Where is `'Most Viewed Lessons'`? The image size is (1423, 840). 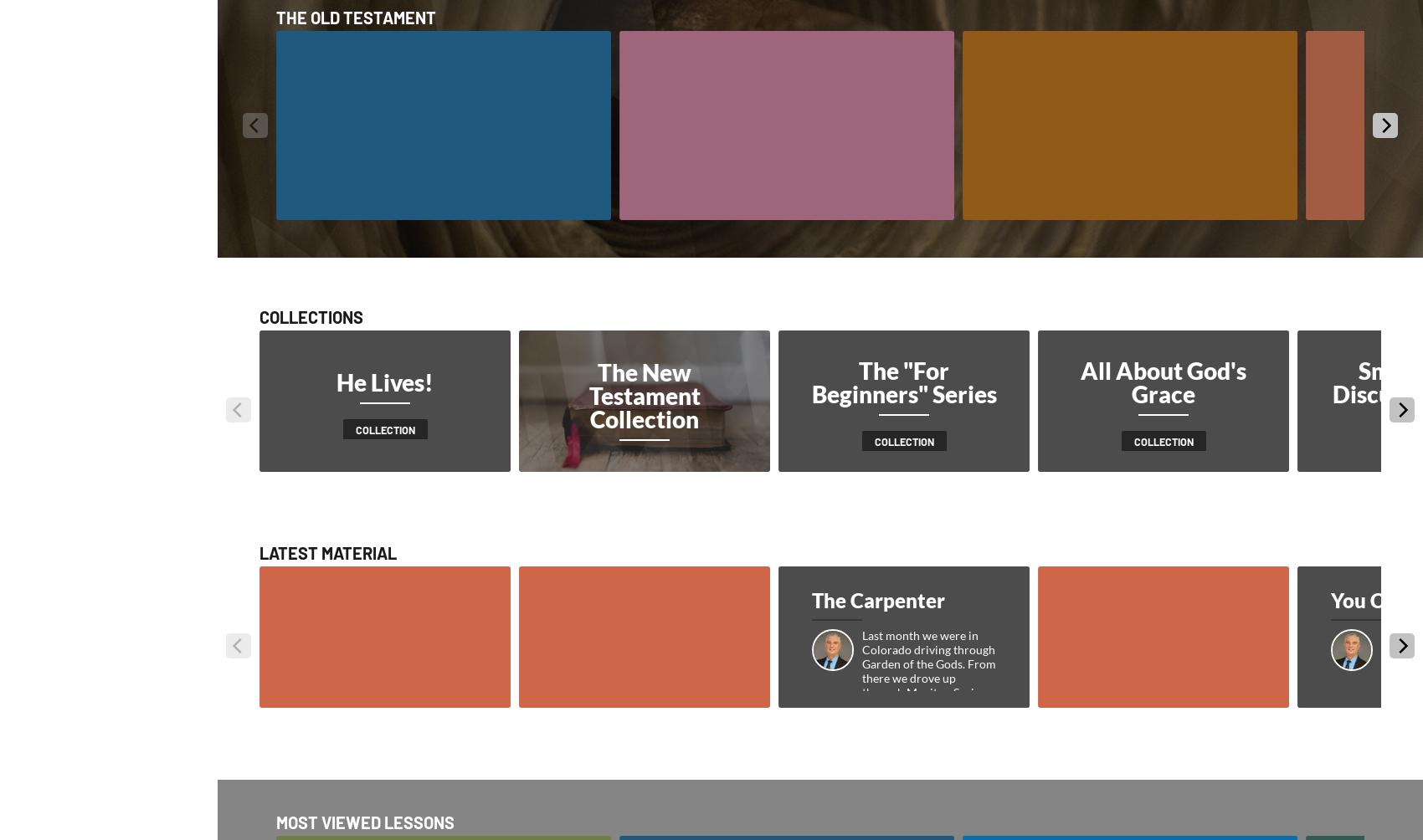 'Most Viewed Lessons' is located at coordinates (275, 821).